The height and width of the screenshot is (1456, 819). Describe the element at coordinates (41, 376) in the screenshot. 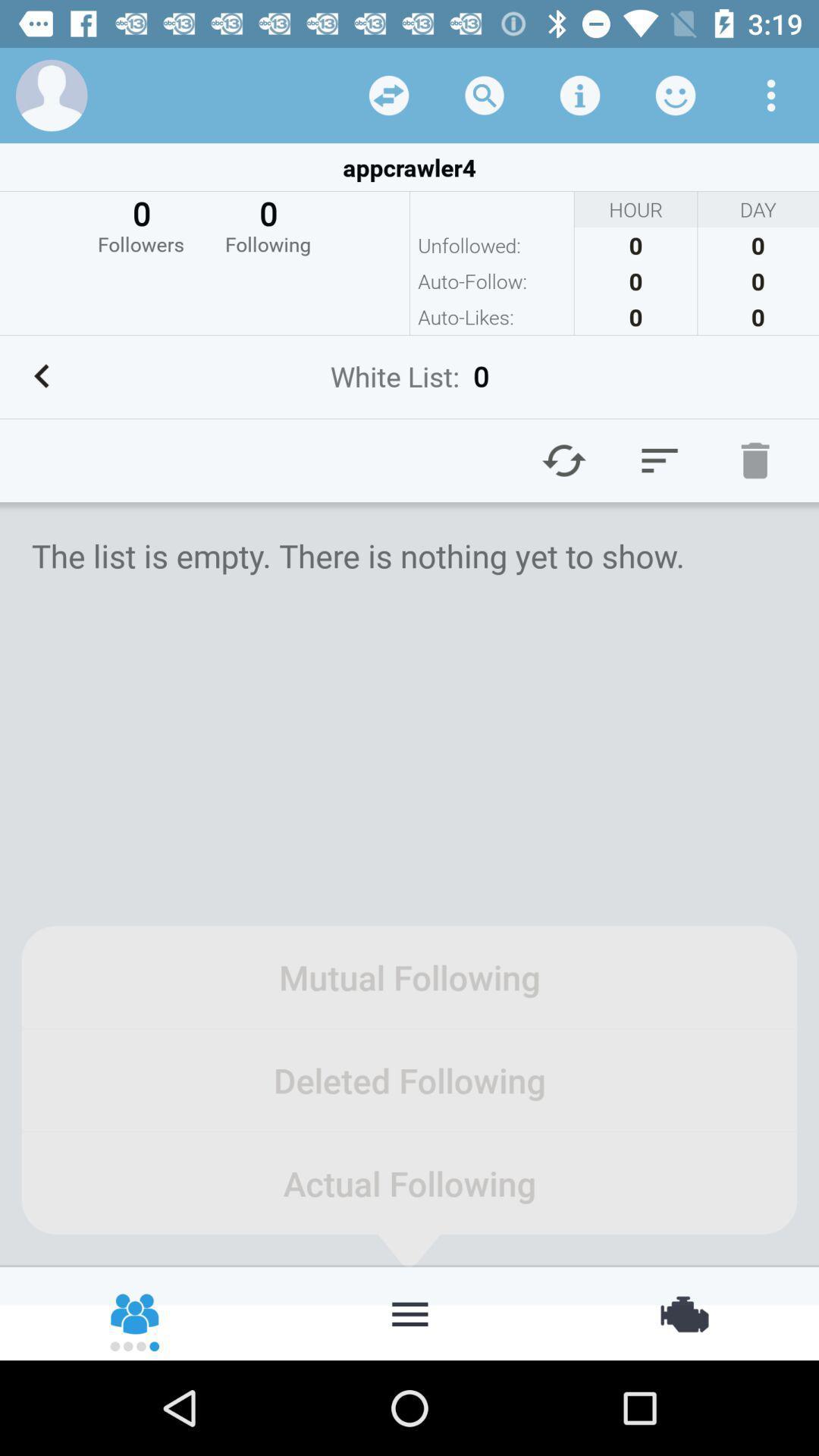

I see `previous` at that location.